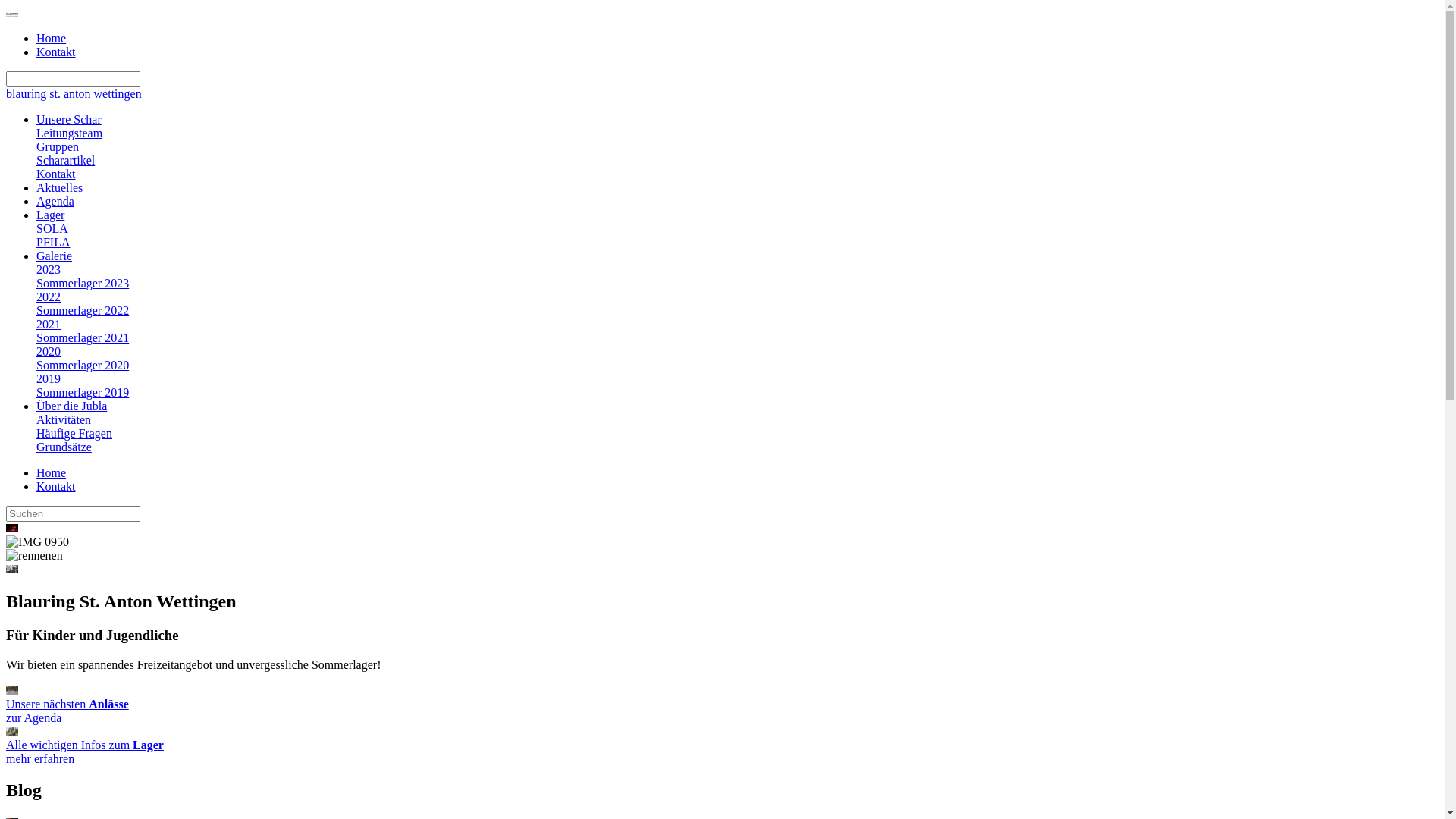 This screenshot has width=1456, height=819. Describe the element at coordinates (48, 351) in the screenshot. I see `'2020'` at that location.